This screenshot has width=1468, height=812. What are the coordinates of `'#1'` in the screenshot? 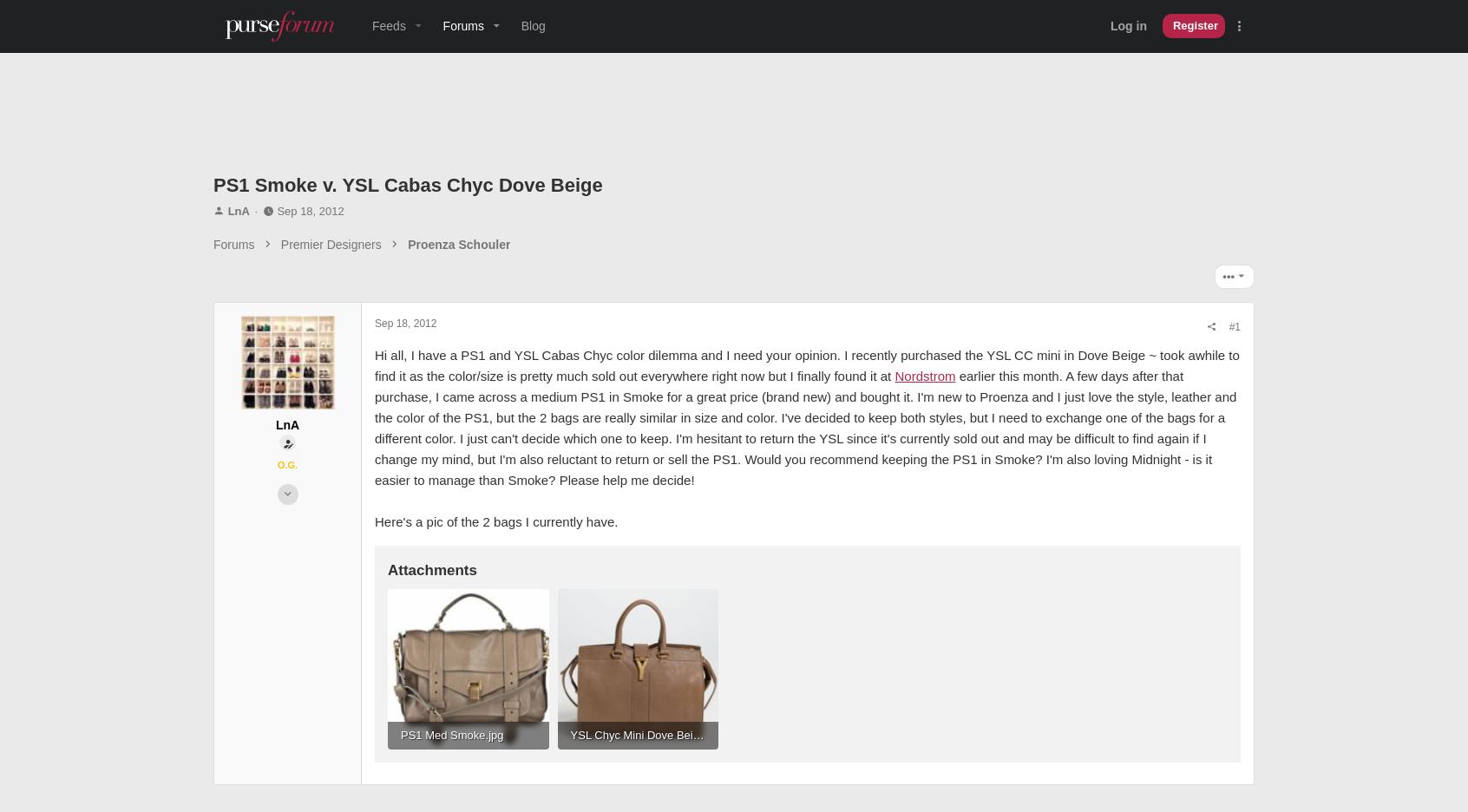 It's located at (954, 325).